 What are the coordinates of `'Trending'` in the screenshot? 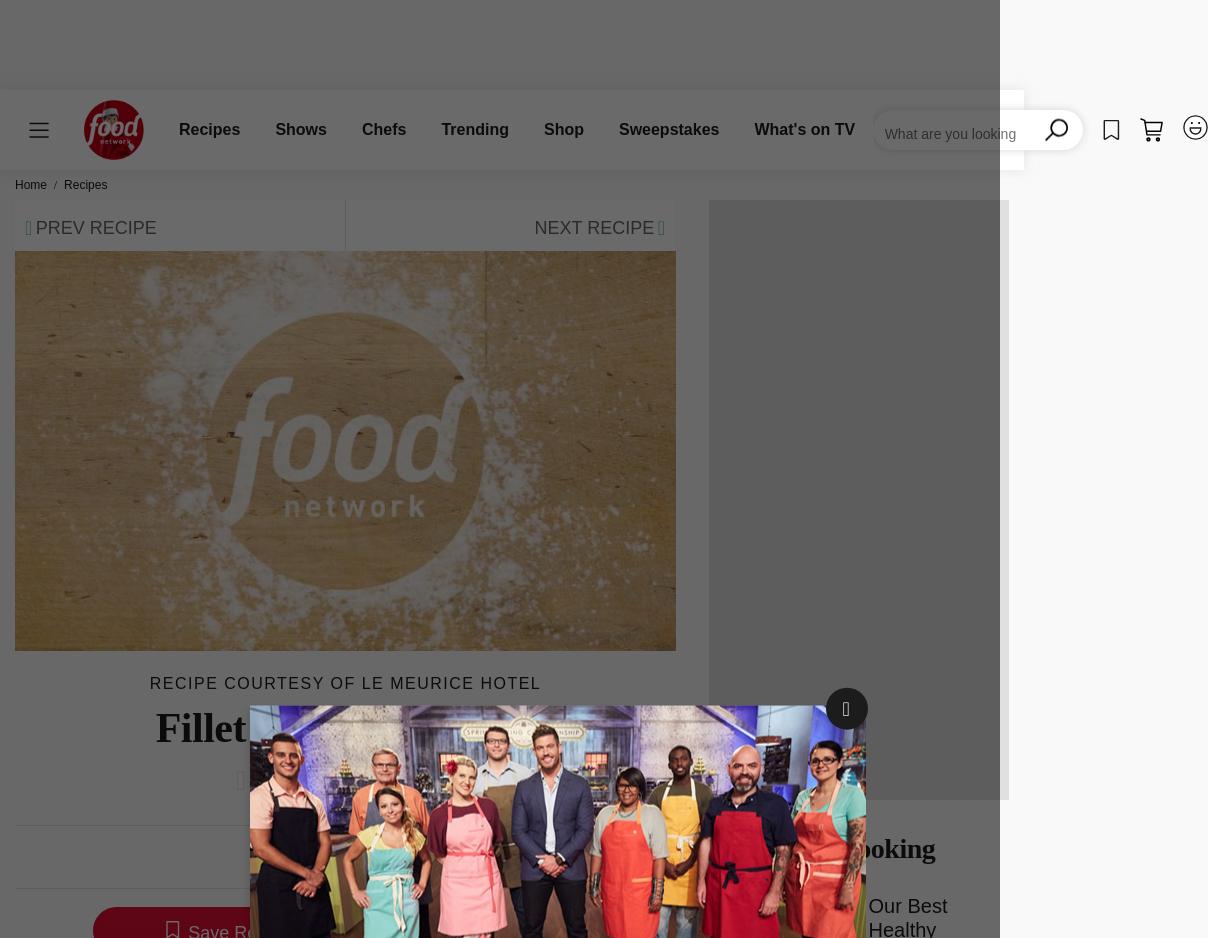 It's located at (474, 128).